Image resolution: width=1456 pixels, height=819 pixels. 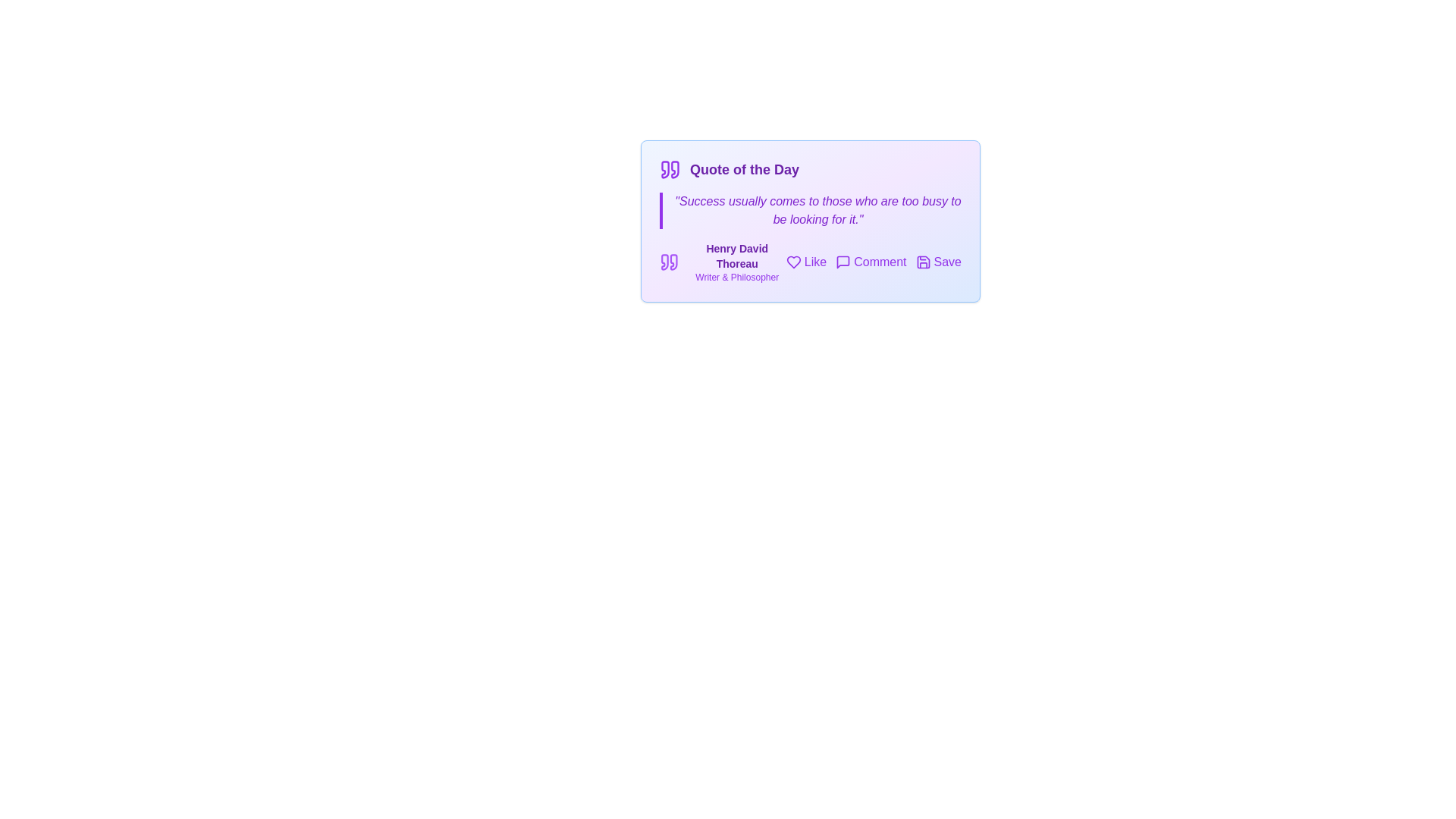 I want to click on the decorative quotation icon located on the left side of the 'Henry David Thoreau, Writer & Philosopher' text block, so click(x=668, y=262).